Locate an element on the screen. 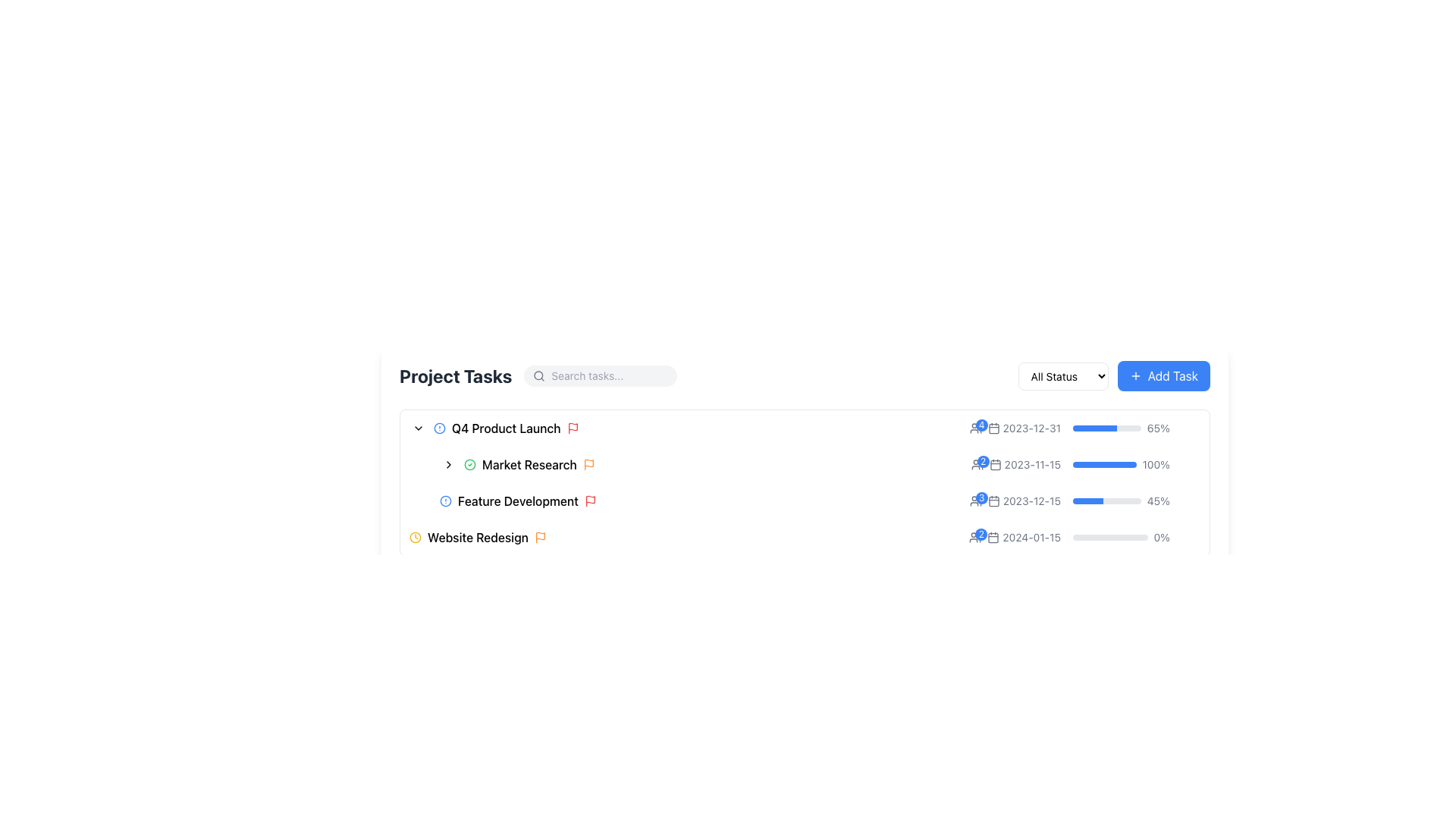 Image resolution: width=1456 pixels, height=819 pixels. the waving banner part of the flag icon, which is located next to the 'Feature Development' task in the 'Project Tasks' list is located at coordinates (589, 500).